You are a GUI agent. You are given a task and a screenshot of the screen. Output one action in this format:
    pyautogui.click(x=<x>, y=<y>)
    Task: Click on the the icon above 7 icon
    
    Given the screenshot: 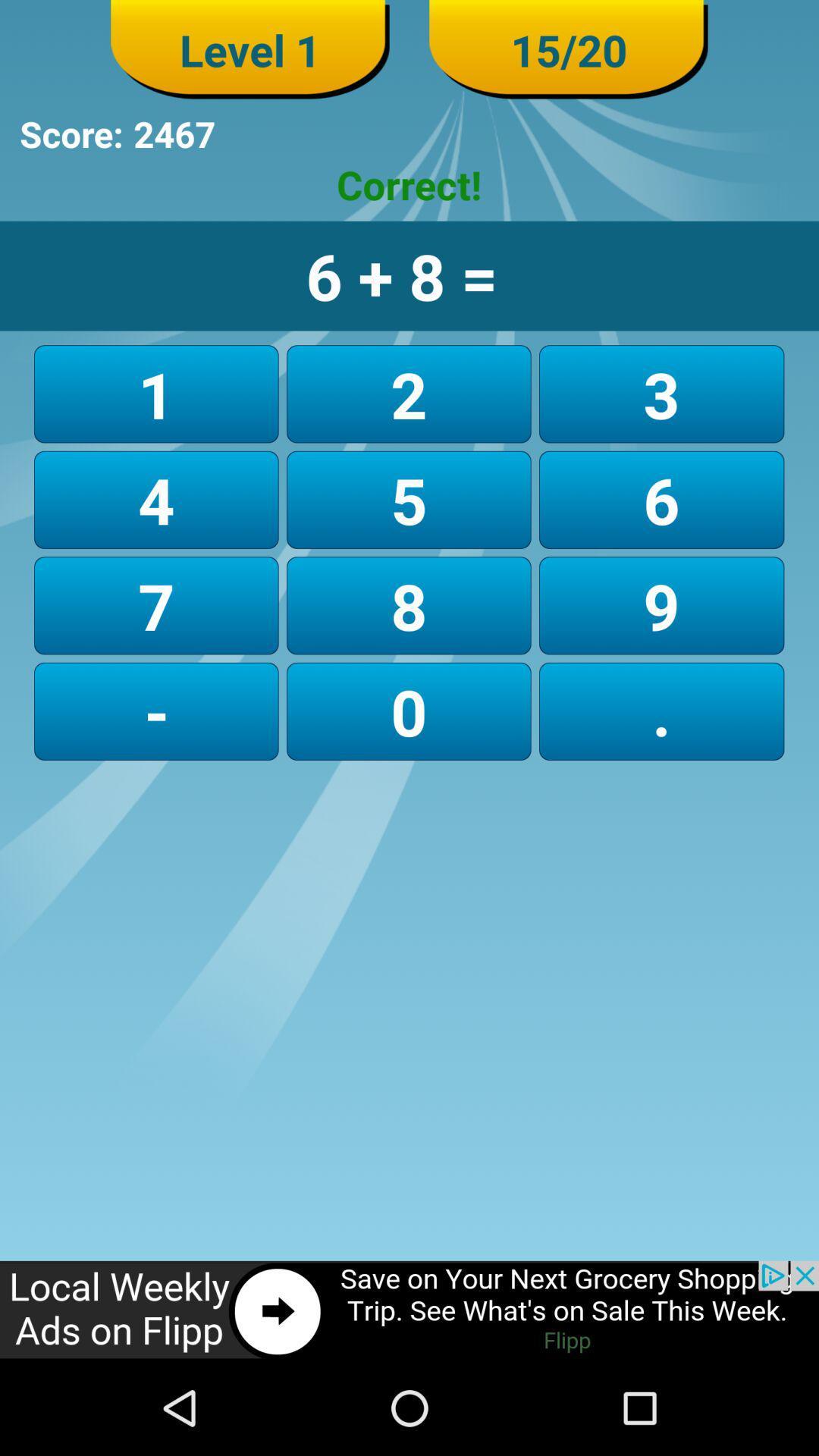 What is the action you would take?
    pyautogui.click(x=408, y=500)
    